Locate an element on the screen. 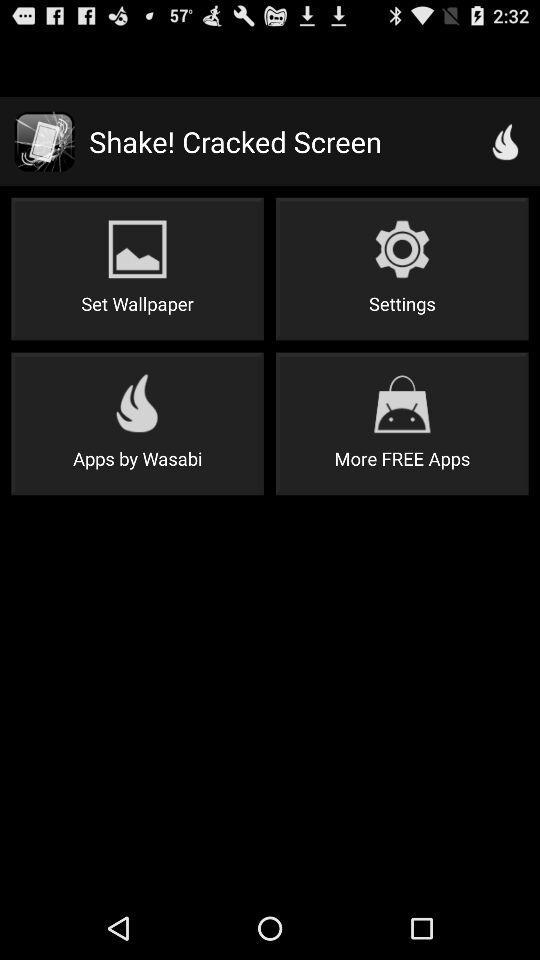 This screenshot has height=960, width=540. button at the top left corner is located at coordinates (136, 268).